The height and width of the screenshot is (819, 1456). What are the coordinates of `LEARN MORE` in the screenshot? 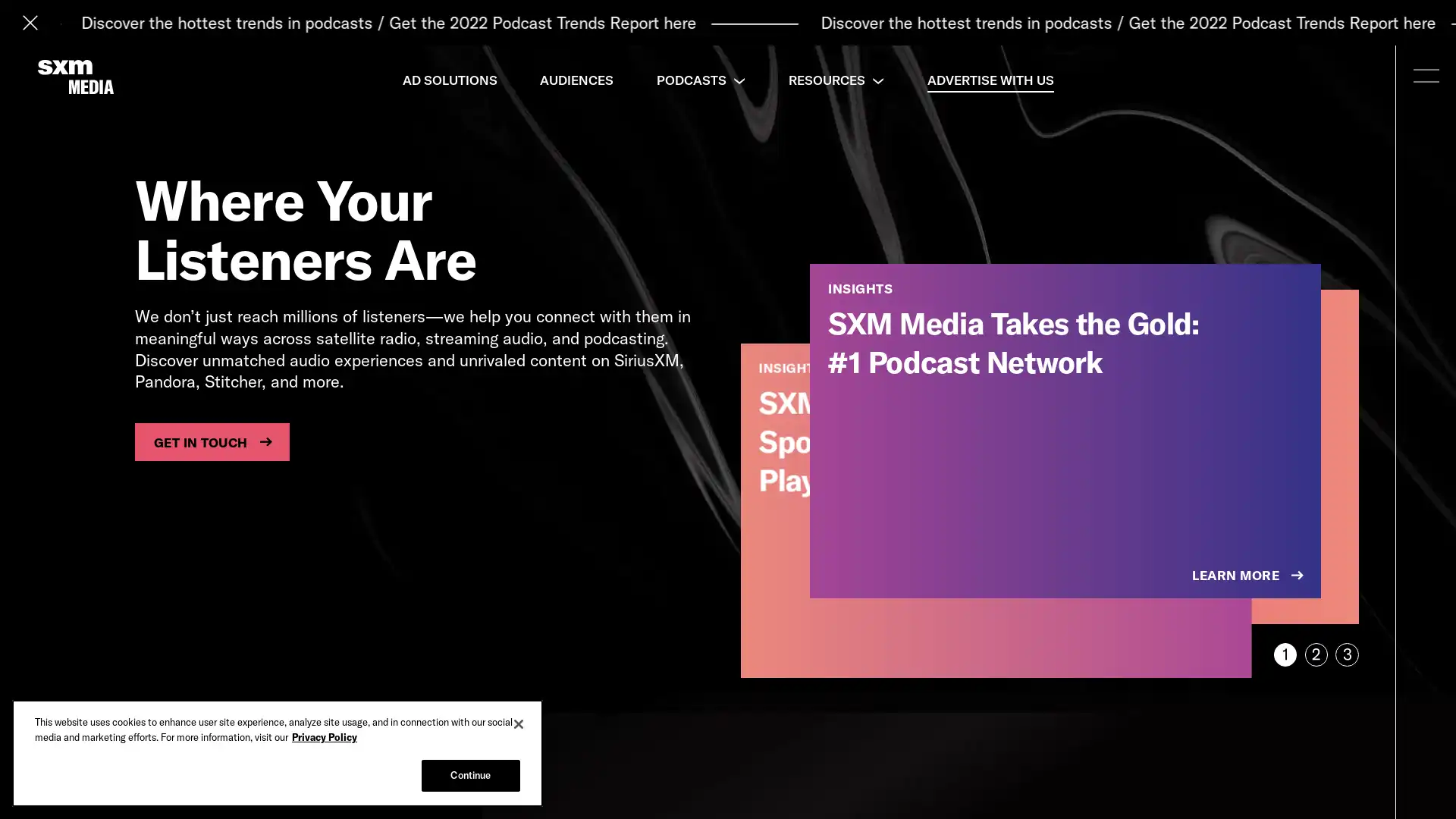 It's located at (1249, 576).